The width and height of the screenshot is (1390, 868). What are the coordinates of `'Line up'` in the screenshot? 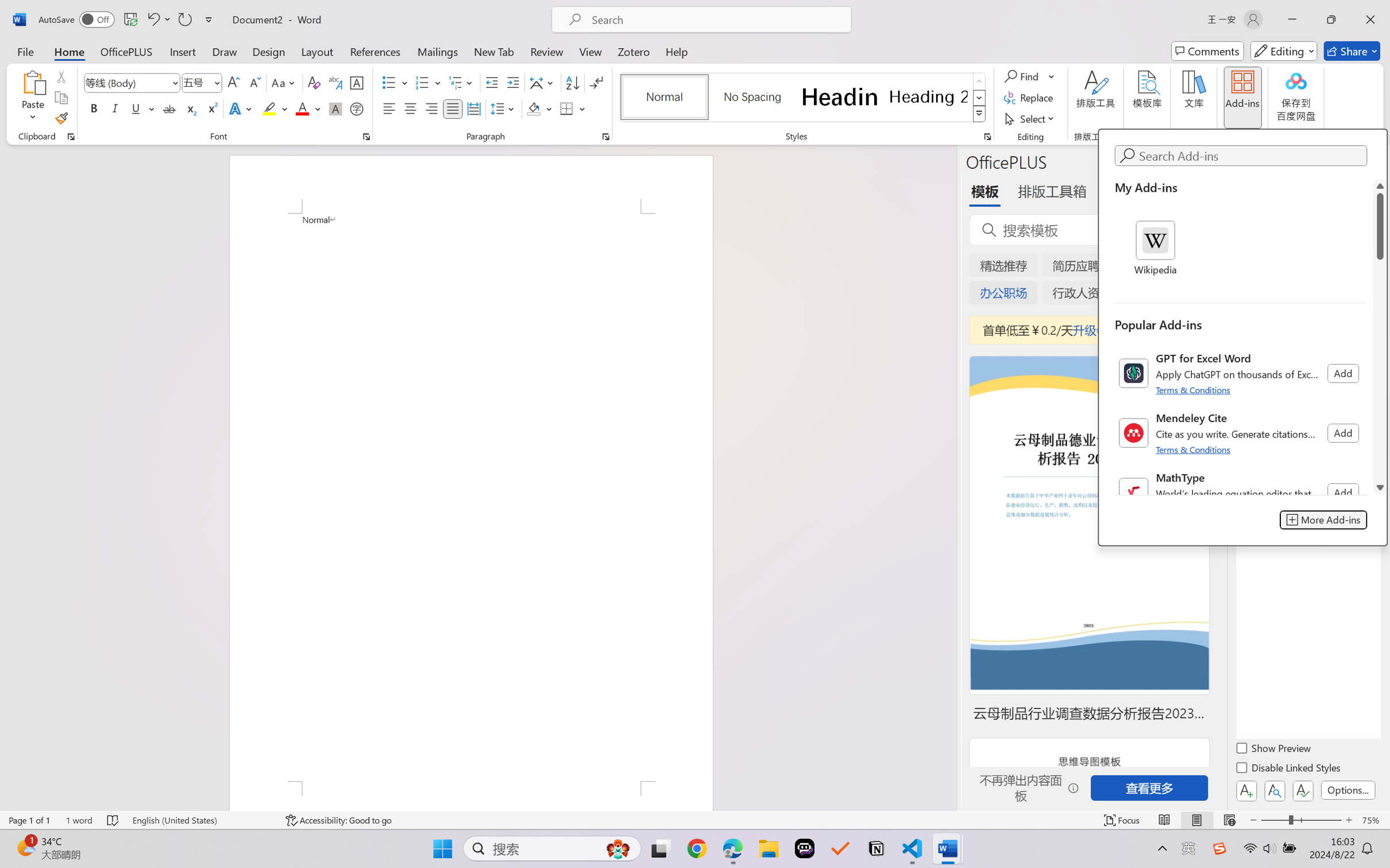 It's located at (1380, 185).